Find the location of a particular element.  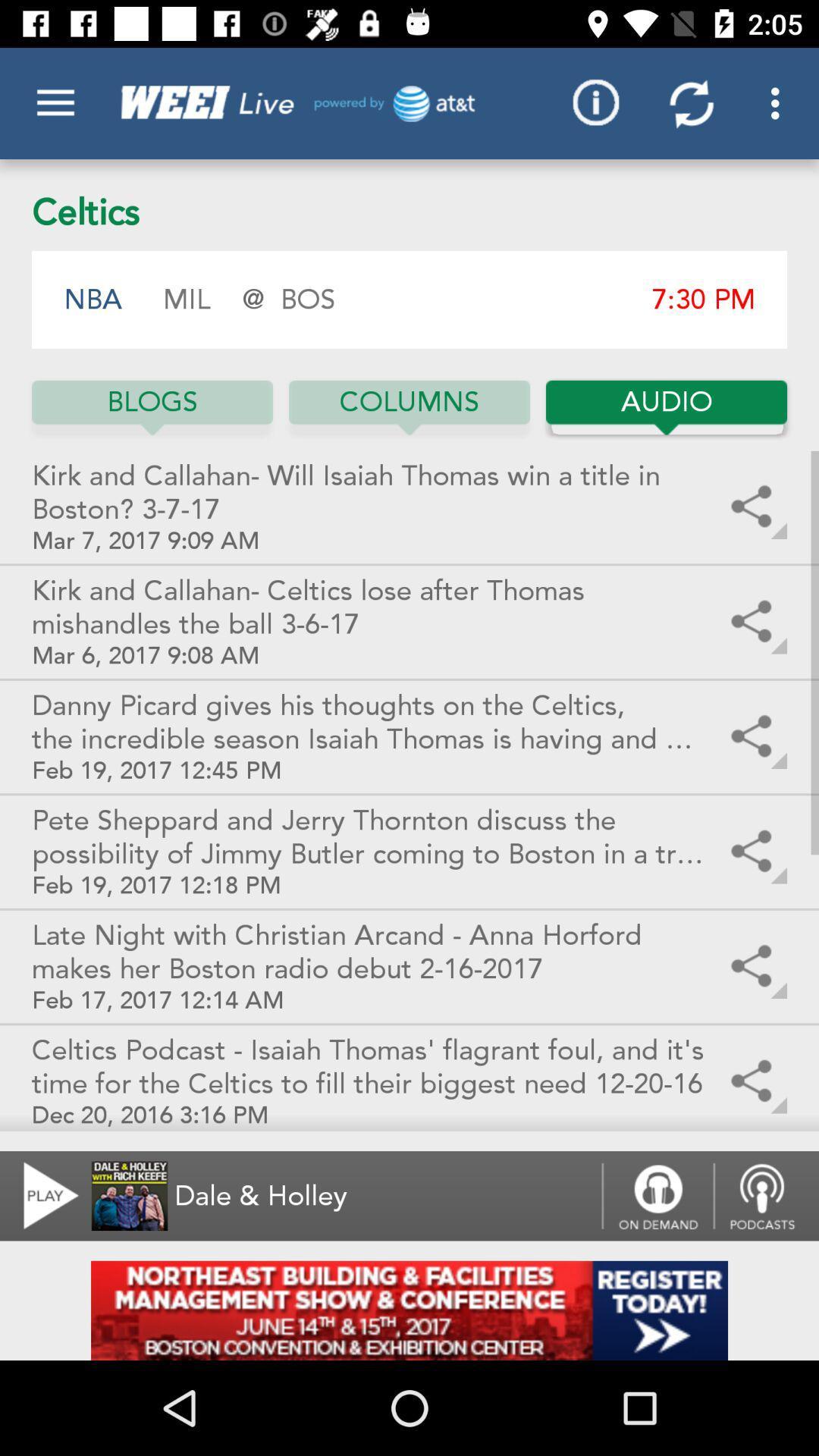

the play icon is located at coordinates (41, 1195).